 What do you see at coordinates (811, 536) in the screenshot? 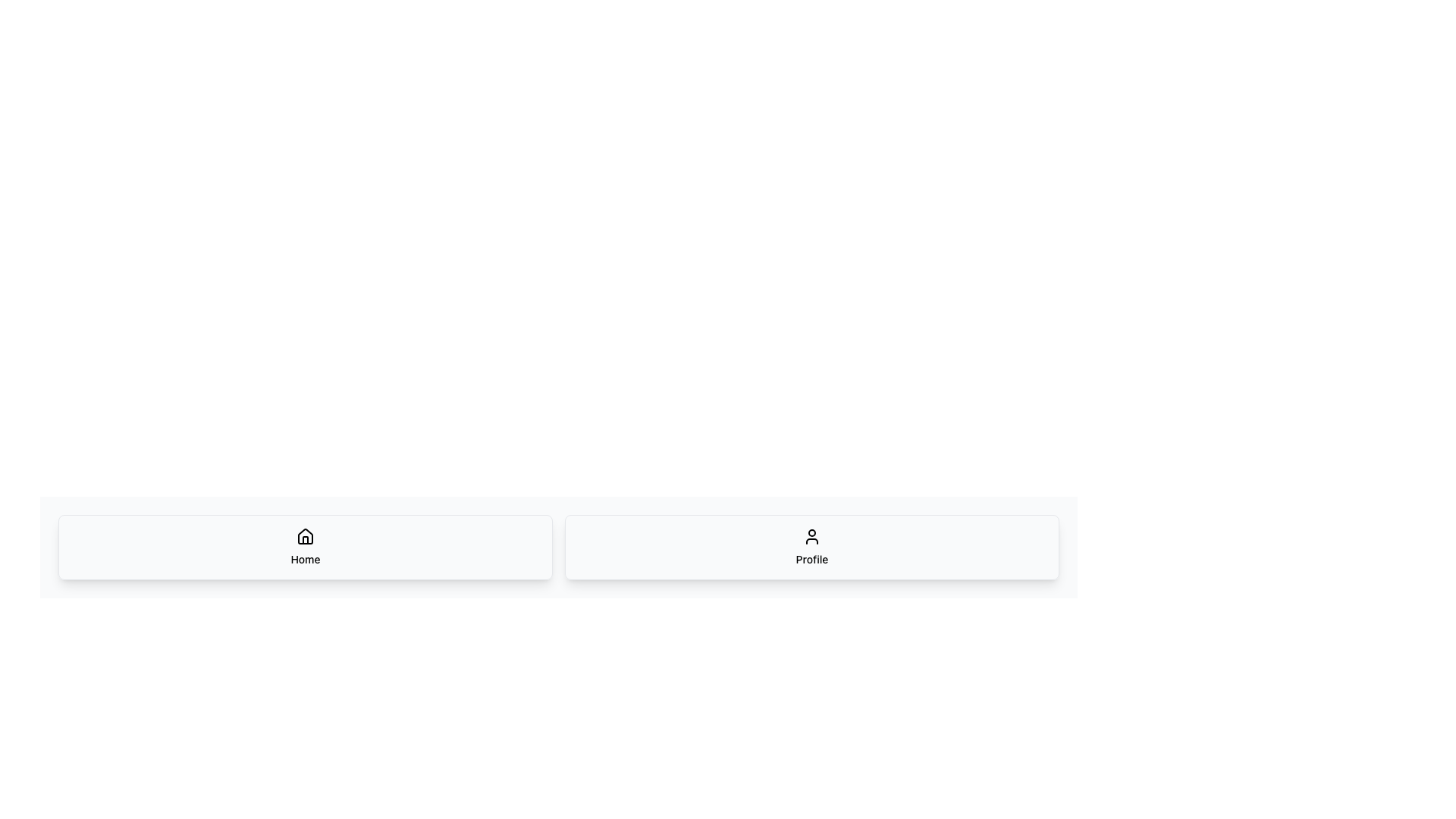
I see `the user icon graphic located above the 'Profile' text label, which features a circular head and torso-like shape, indicating the Profile section` at bounding box center [811, 536].